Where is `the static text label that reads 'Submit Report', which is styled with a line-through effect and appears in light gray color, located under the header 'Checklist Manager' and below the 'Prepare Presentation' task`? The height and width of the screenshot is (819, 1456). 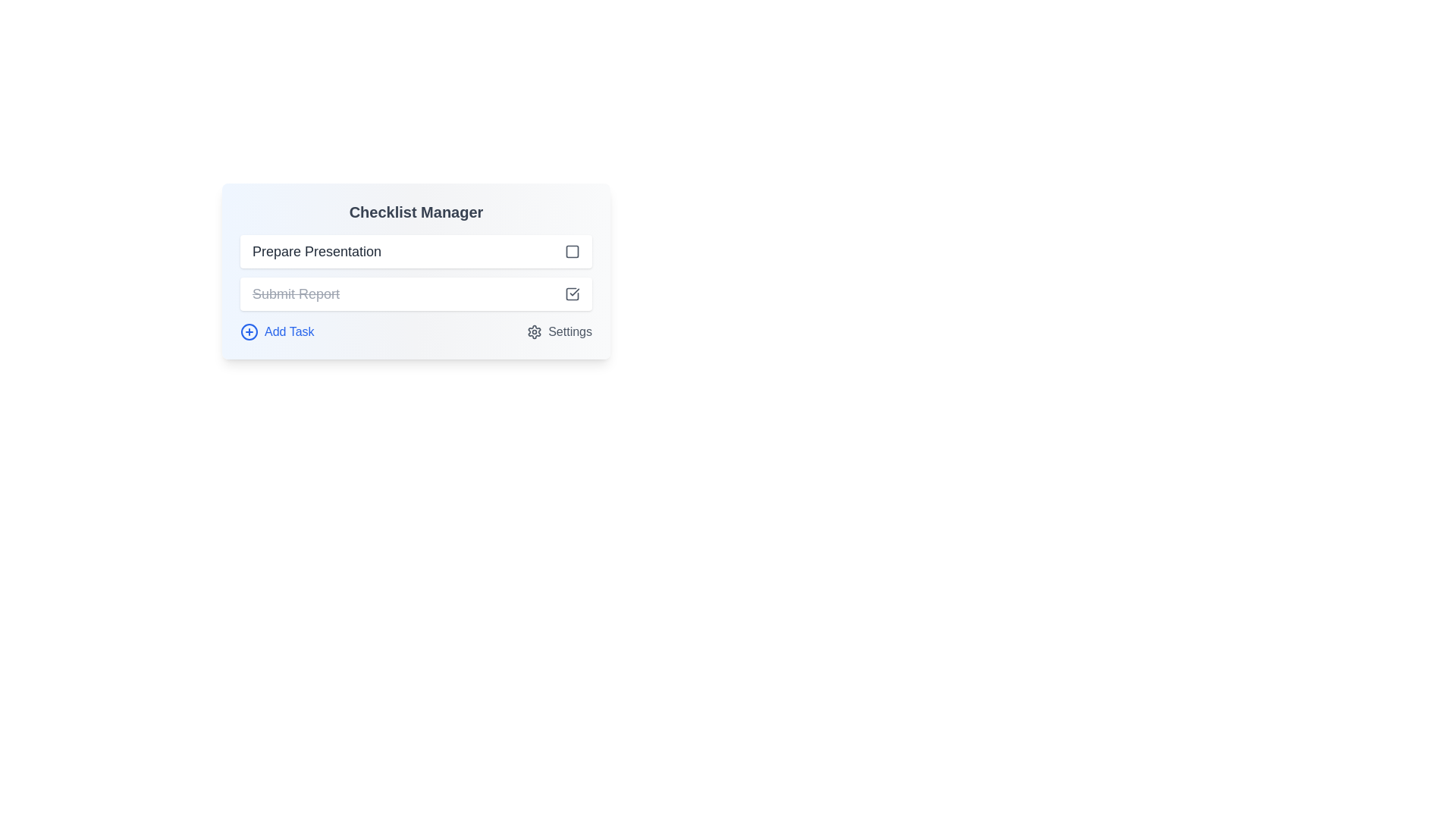 the static text label that reads 'Submit Report', which is styled with a line-through effect and appears in light gray color, located under the header 'Checklist Manager' and below the 'Prepare Presentation' task is located at coordinates (296, 294).